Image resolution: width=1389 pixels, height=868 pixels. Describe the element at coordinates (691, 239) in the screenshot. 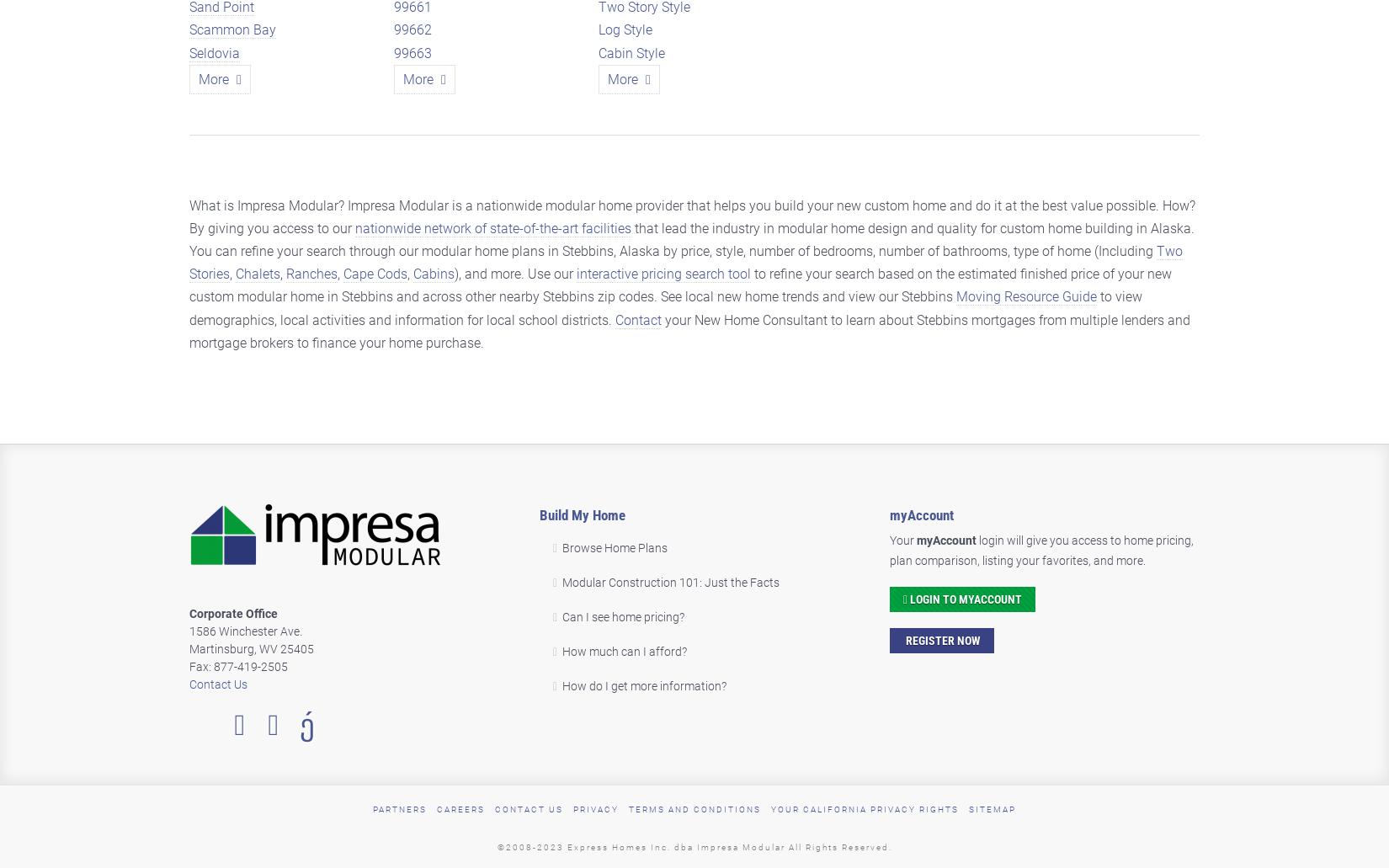

I see `'that lead the industry in modular home design and quality for custom home building in Alaska. You can refine your search through our modular home plans in Stebbins, Alaska by price, style, number of bedrooms, number of bathrooms, type of home (Including'` at that location.